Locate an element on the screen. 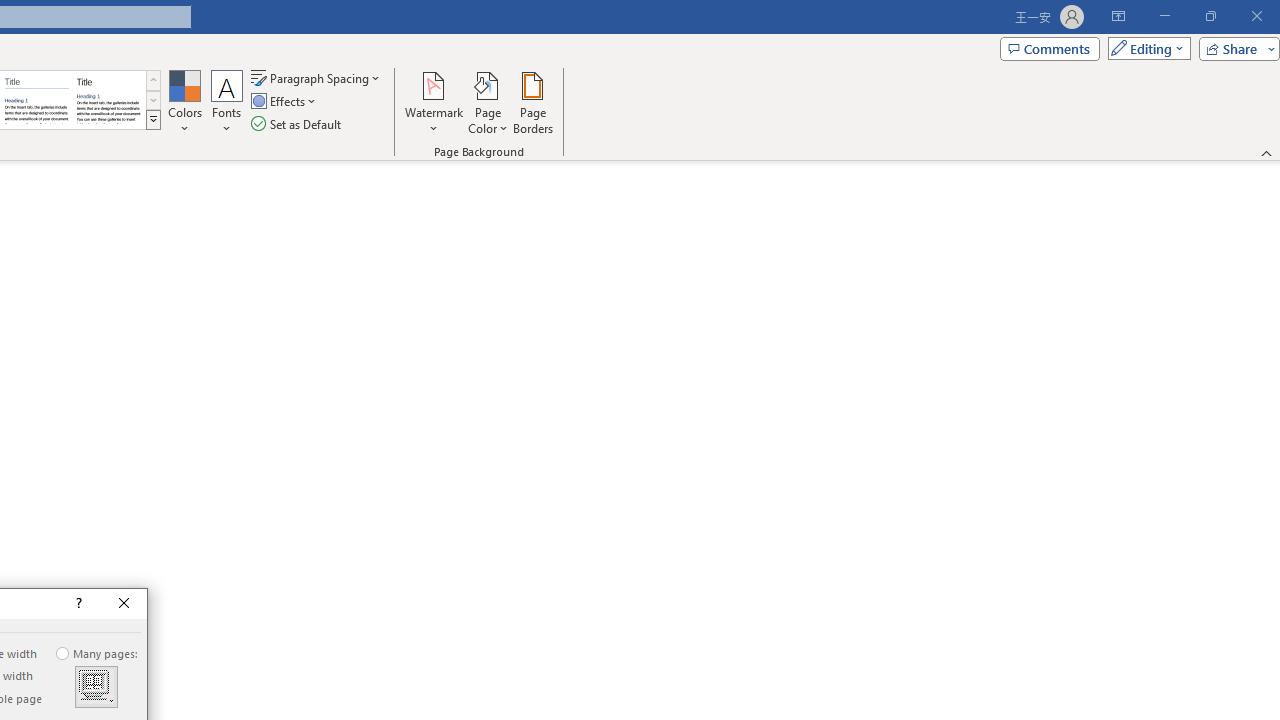 This screenshot has width=1280, height=720. 'Word 2010' is located at coordinates (37, 100).